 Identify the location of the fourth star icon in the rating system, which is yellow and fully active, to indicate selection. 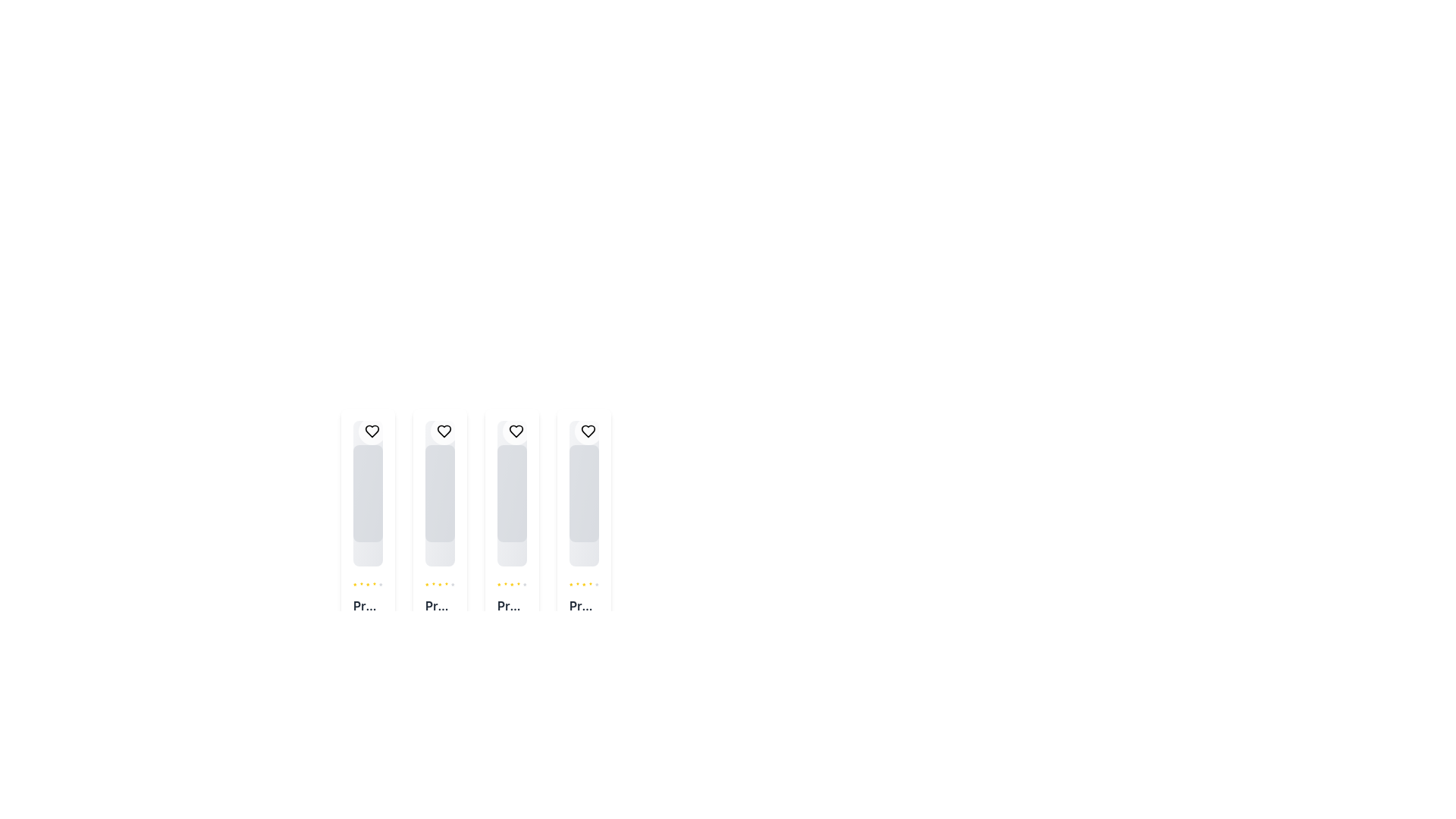
(439, 584).